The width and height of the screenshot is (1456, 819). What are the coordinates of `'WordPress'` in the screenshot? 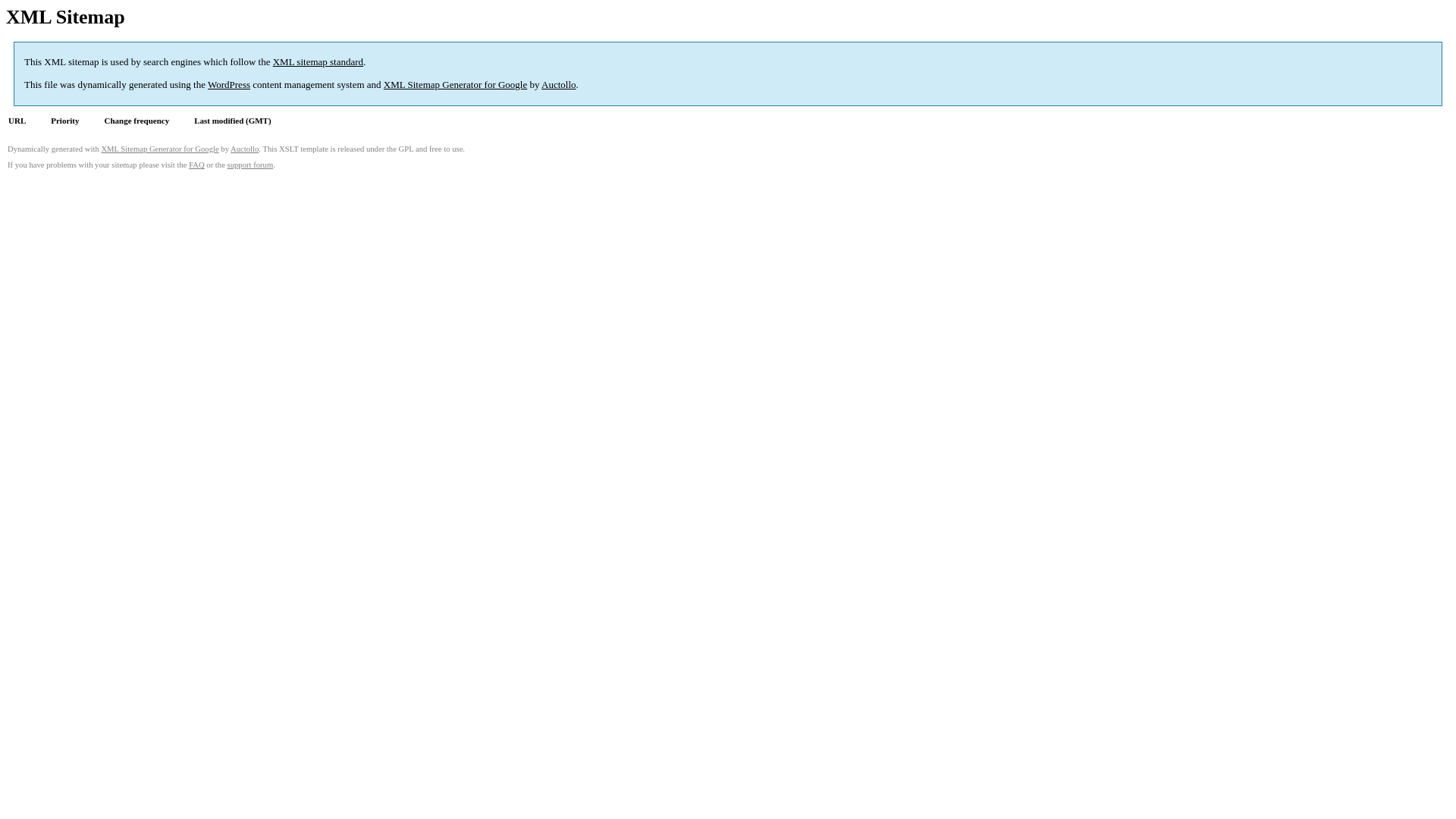 It's located at (228, 84).